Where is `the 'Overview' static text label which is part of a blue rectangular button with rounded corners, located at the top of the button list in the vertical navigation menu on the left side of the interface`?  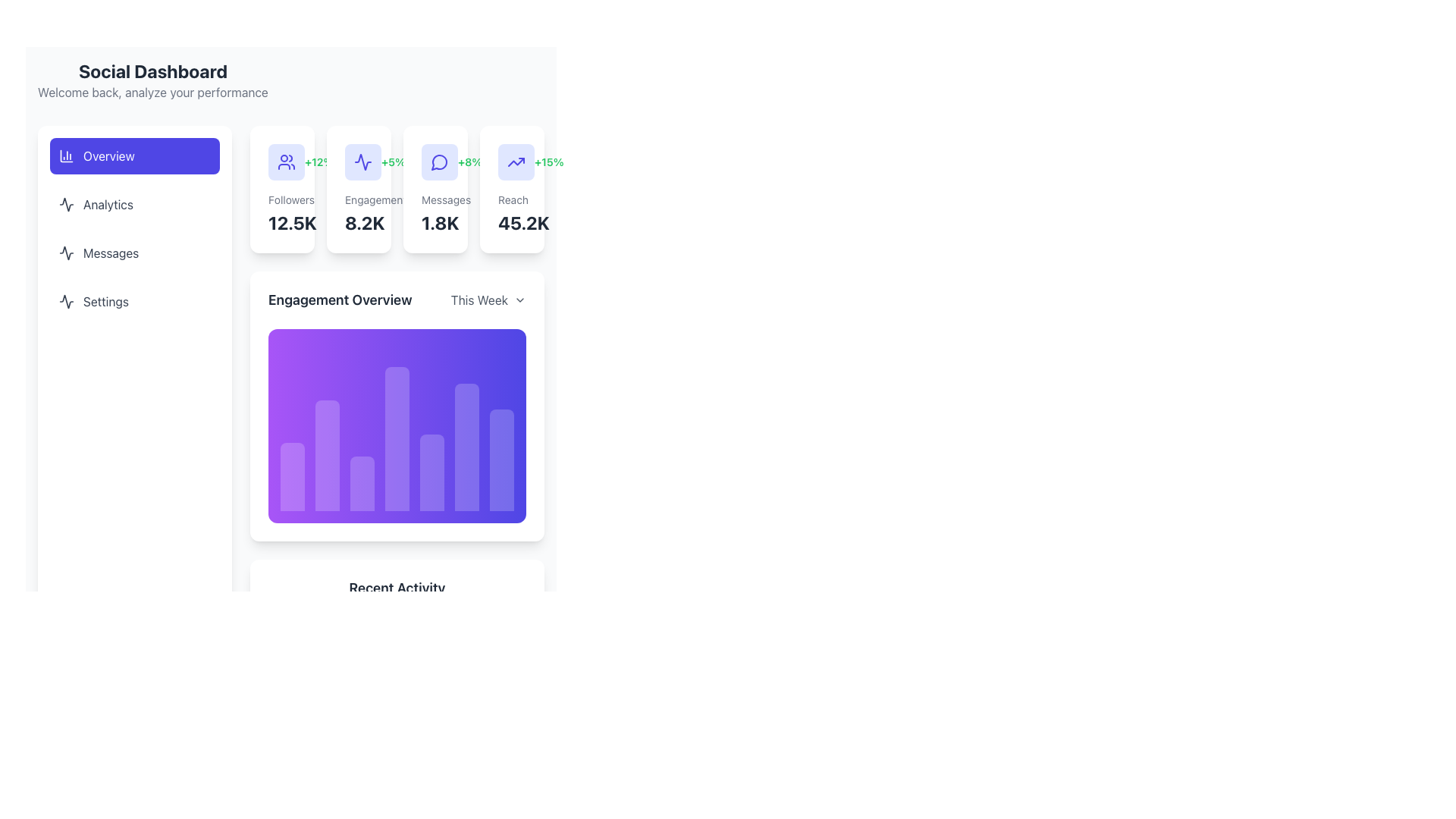 the 'Overview' static text label which is part of a blue rectangular button with rounded corners, located at the top of the button list in the vertical navigation menu on the left side of the interface is located at coordinates (108, 155).